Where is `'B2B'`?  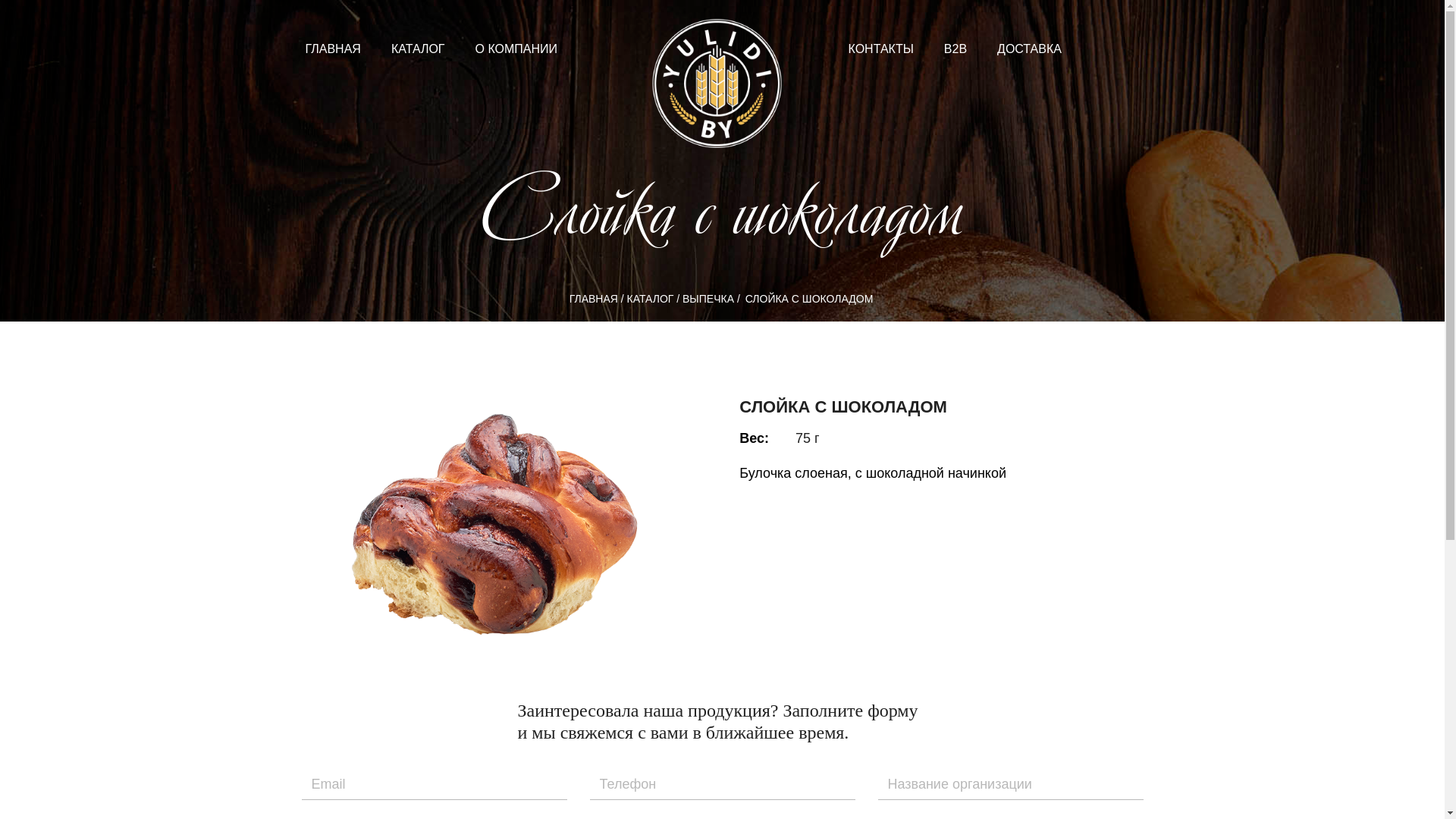 'B2B' is located at coordinates (927, 48).